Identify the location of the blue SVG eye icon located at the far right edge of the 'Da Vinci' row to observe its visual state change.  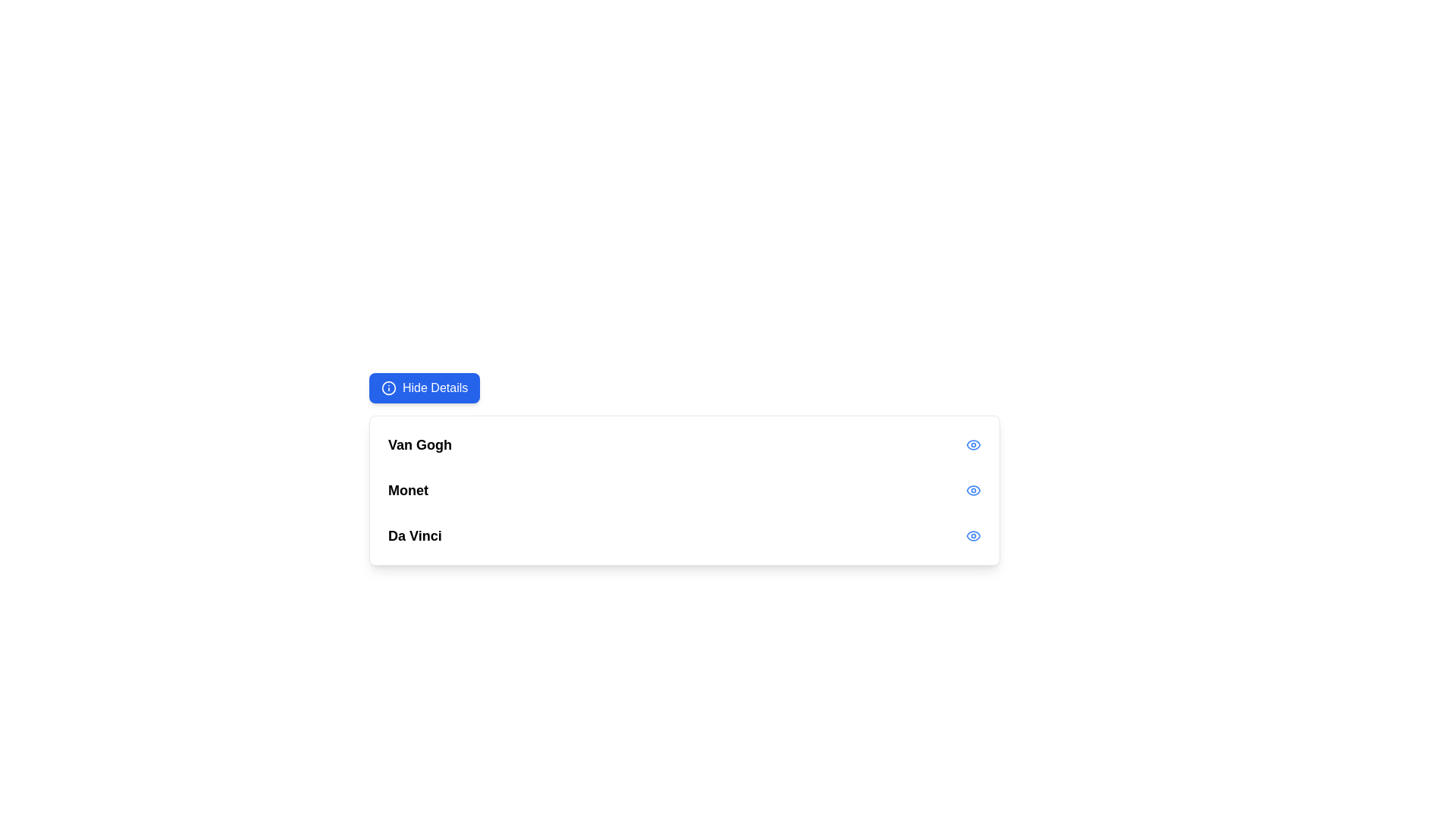
(973, 535).